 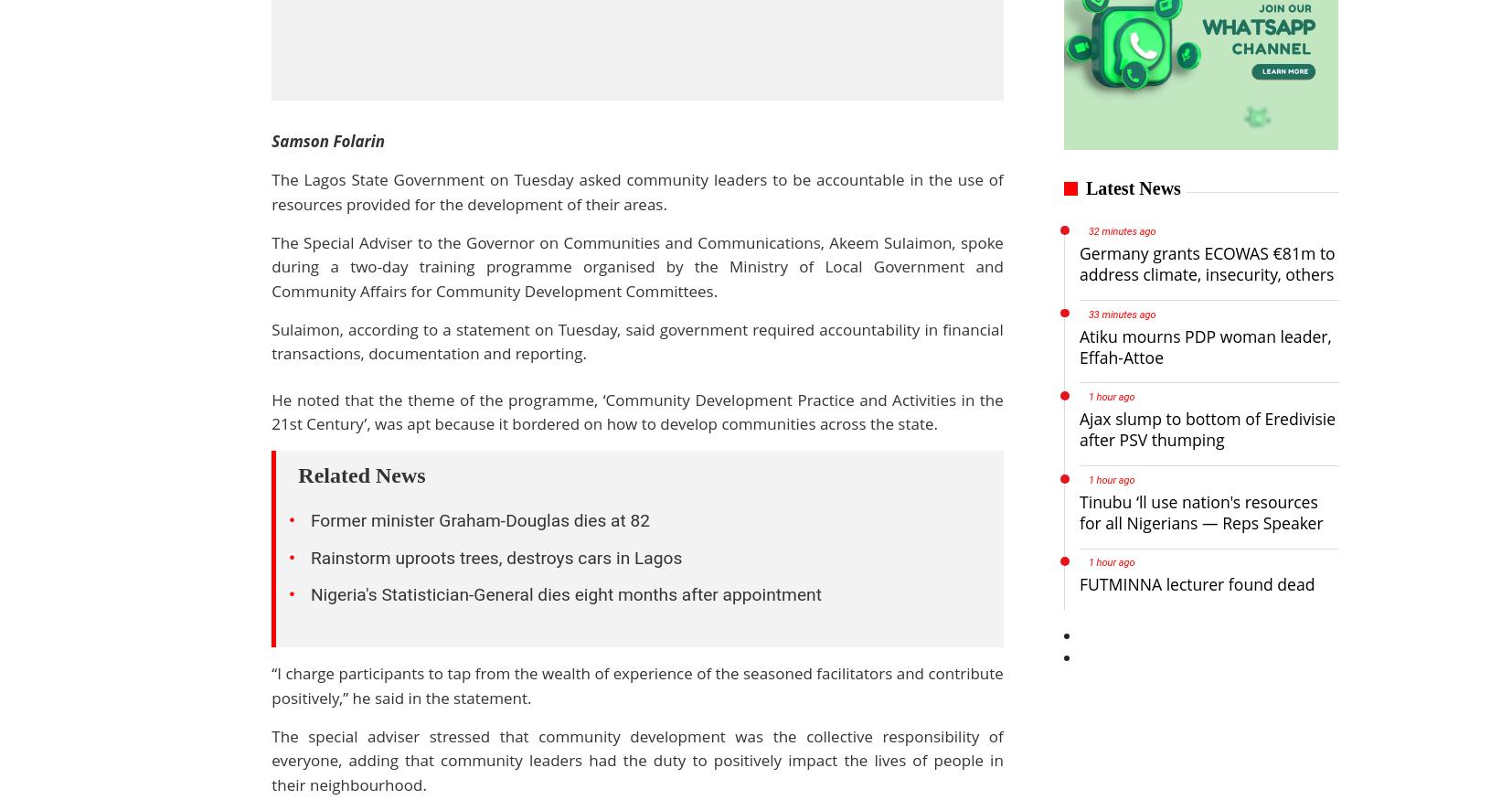 What do you see at coordinates (196, 774) in the screenshot?
I see `'Politics'` at bounding box center [196, 774].